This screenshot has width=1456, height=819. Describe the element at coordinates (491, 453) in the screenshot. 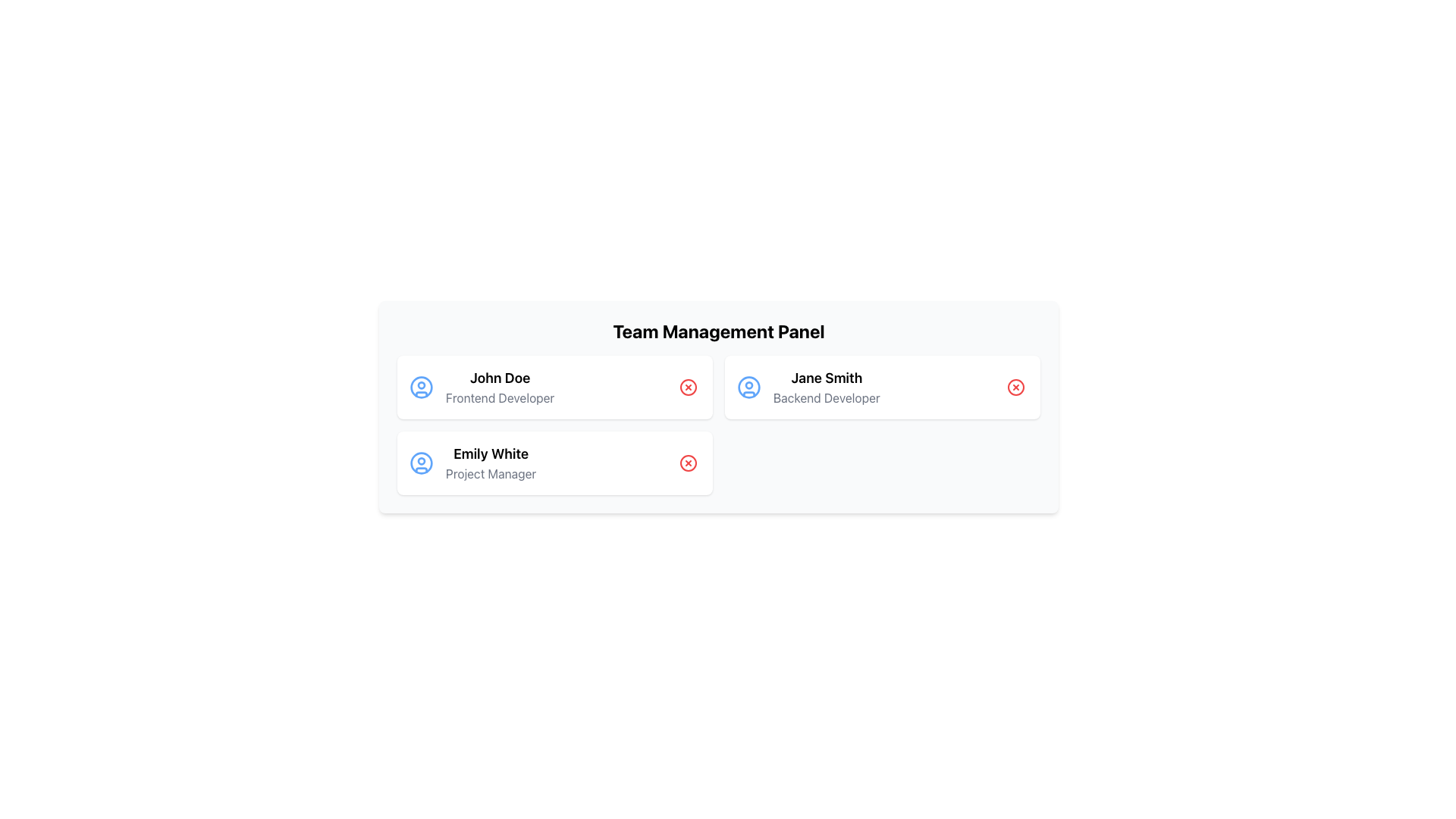

I see `the label displaying the name 'Emily White', which is styled in bold and larger typography, positioned above the text 'Project Manager' in the user card layout` at that location.